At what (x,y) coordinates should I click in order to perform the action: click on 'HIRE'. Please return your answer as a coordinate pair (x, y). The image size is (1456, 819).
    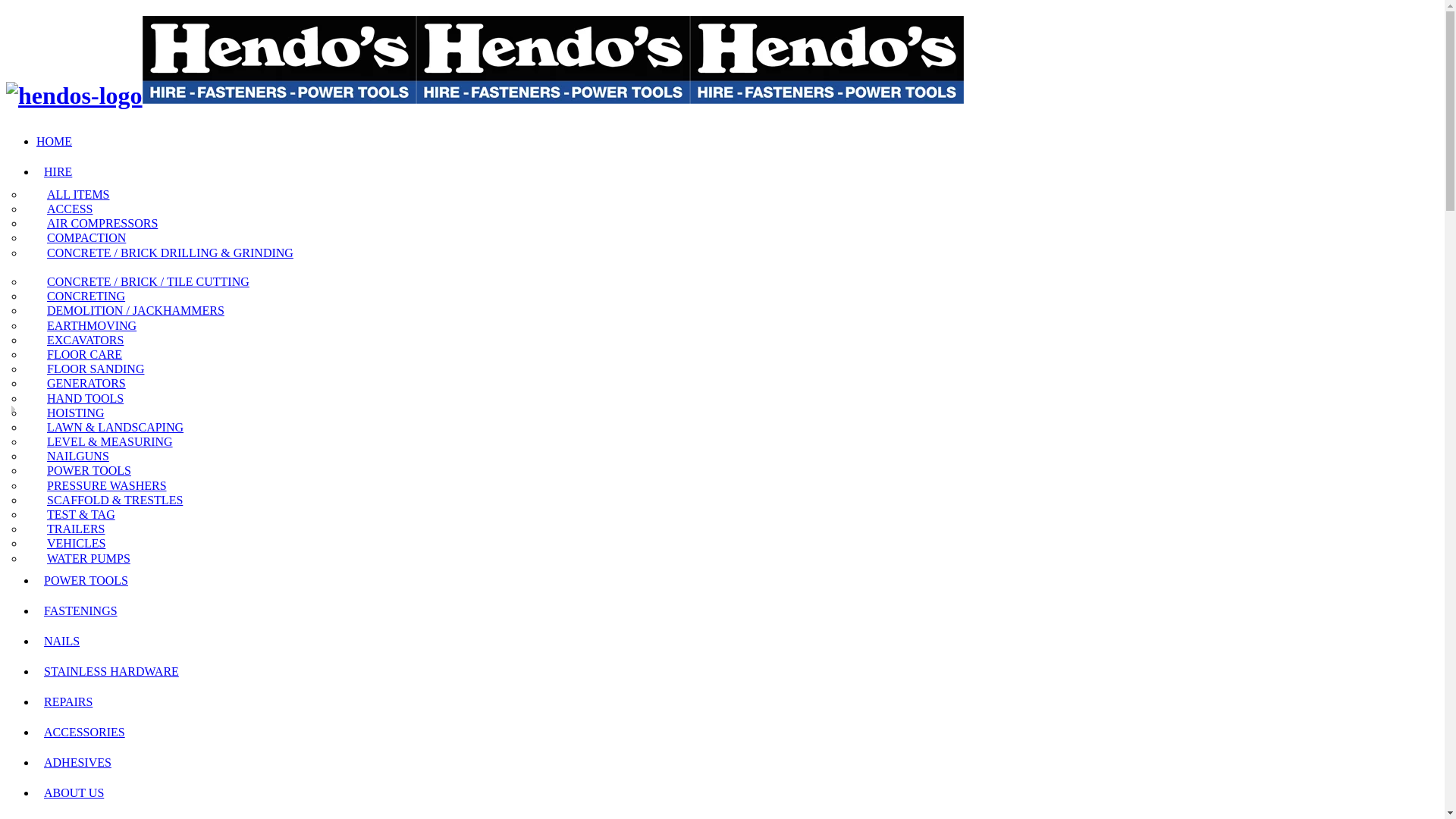
    Looking at the image, I should click on (36, 171).